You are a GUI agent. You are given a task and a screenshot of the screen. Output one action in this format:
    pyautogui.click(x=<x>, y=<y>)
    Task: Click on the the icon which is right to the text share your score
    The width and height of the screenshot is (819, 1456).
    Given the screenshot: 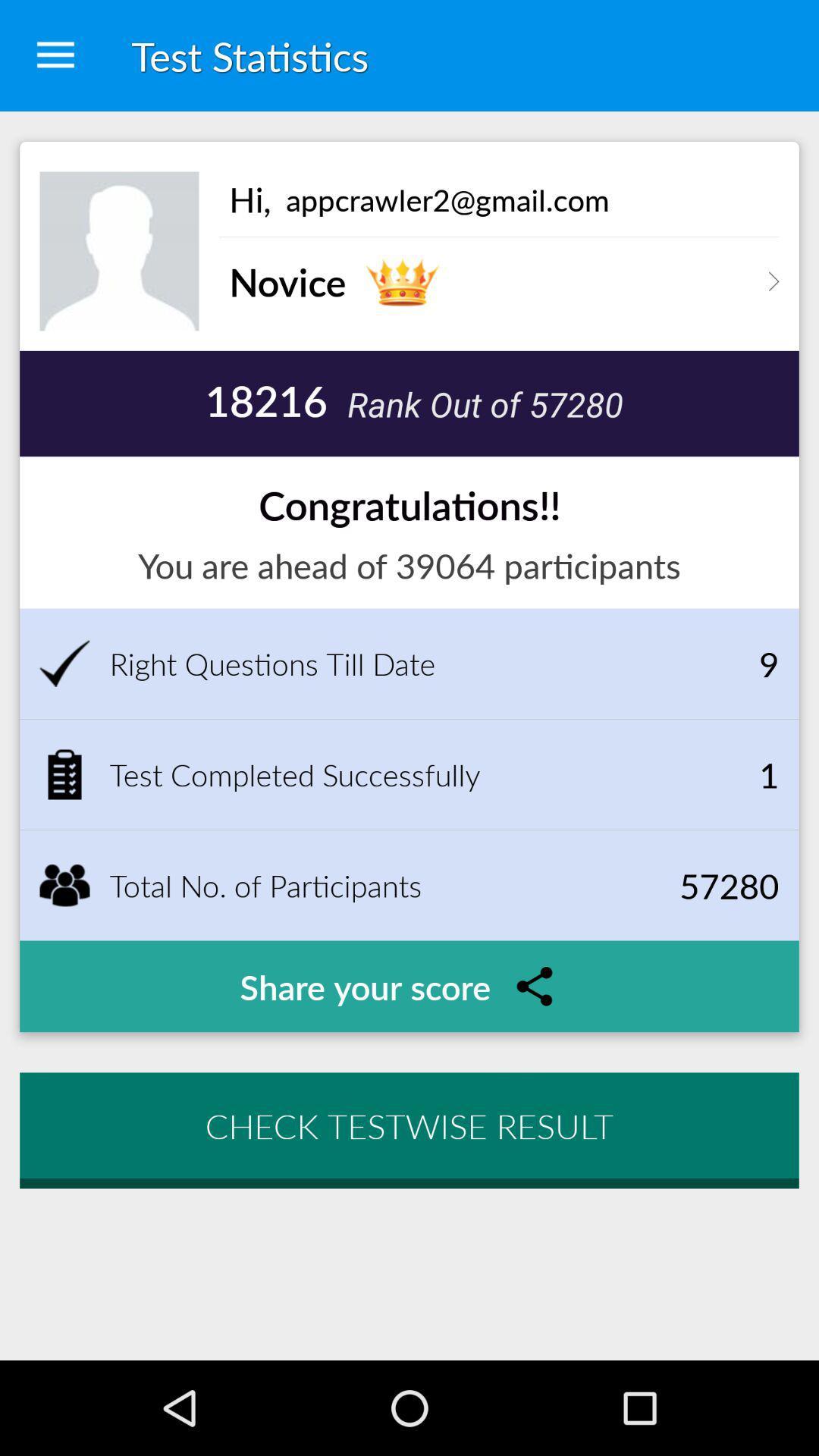 What is the action you would take?
    pyautogui.click(x=534, y=986)
    